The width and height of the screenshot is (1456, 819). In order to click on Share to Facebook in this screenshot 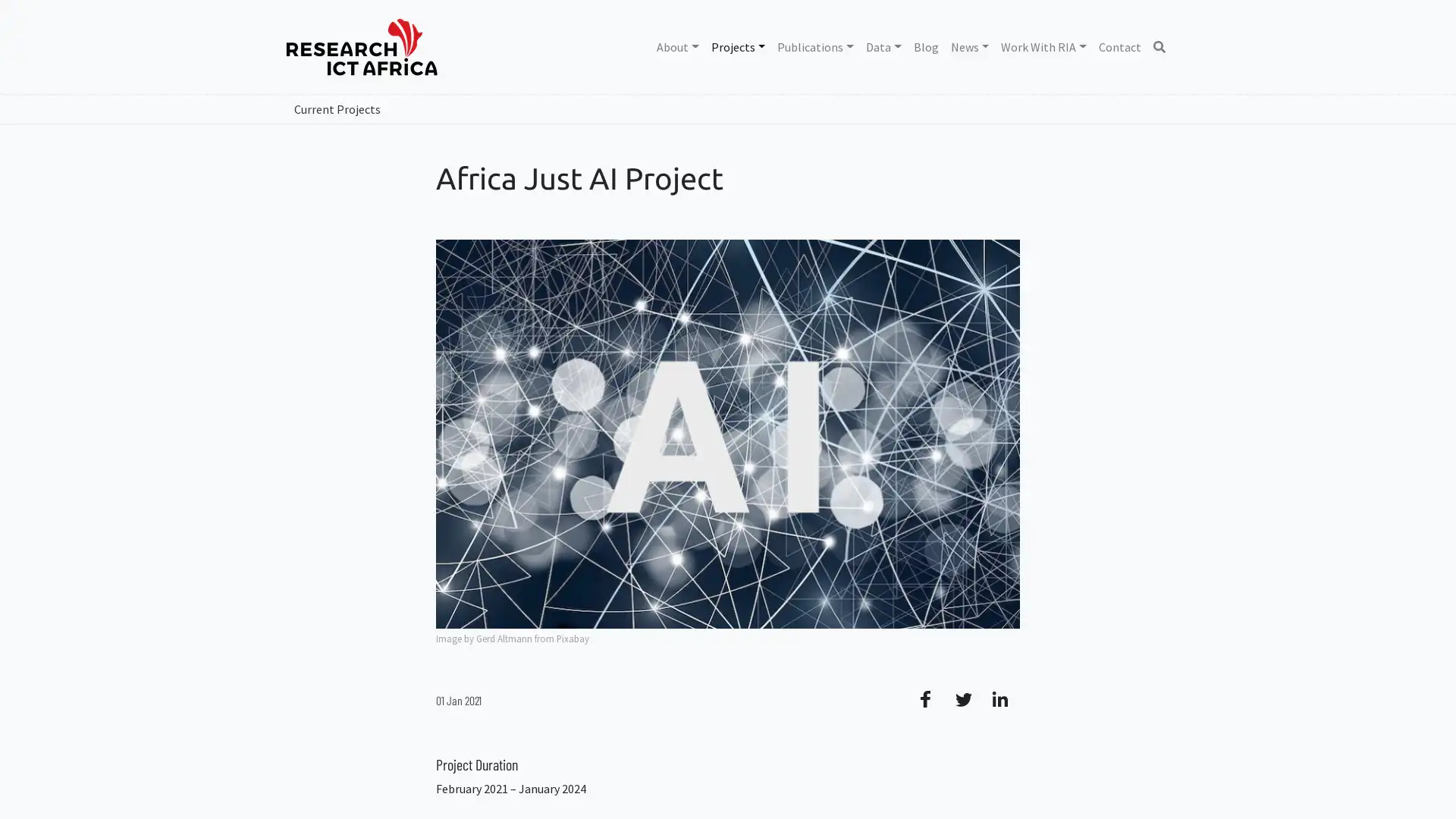, I will do `click(931, 698)`.